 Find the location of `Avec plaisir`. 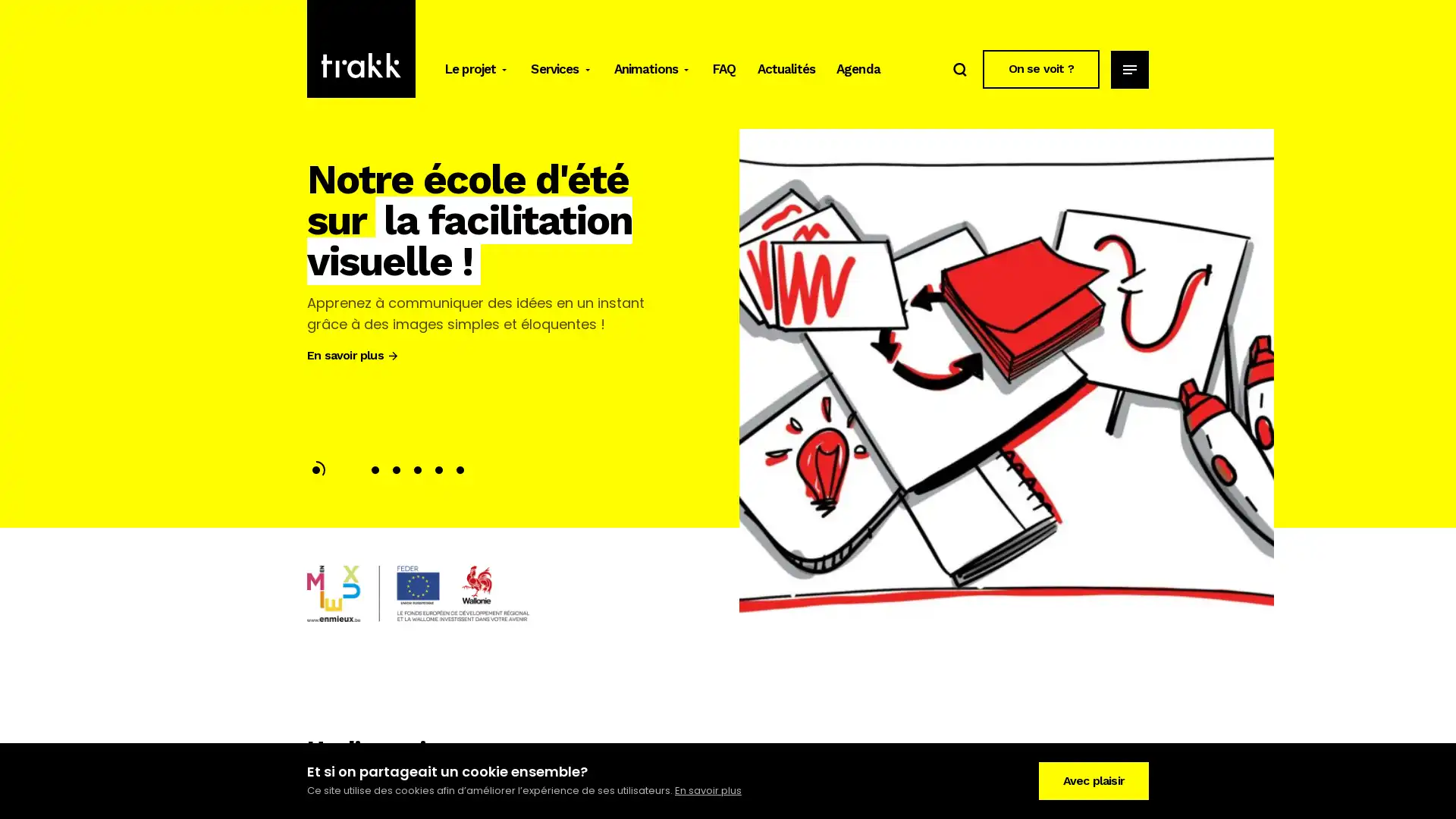

Avec plaisir is located at coordinates (1093, 780).